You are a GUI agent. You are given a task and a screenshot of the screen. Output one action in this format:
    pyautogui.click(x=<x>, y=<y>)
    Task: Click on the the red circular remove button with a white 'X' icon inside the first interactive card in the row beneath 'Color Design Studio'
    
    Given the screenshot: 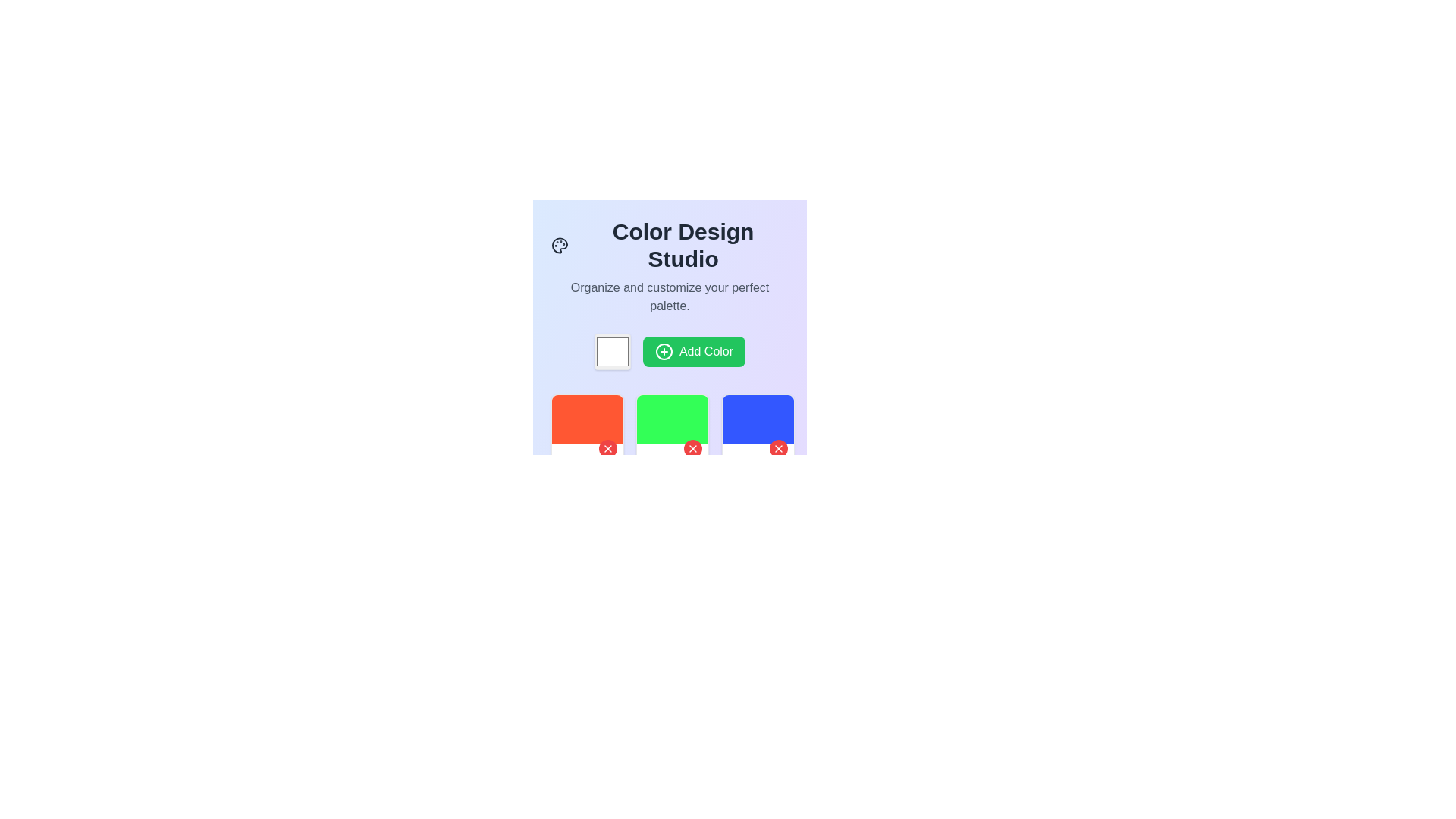 What is the action you would take?
    pyautogui.click(x=586, y=430)
    